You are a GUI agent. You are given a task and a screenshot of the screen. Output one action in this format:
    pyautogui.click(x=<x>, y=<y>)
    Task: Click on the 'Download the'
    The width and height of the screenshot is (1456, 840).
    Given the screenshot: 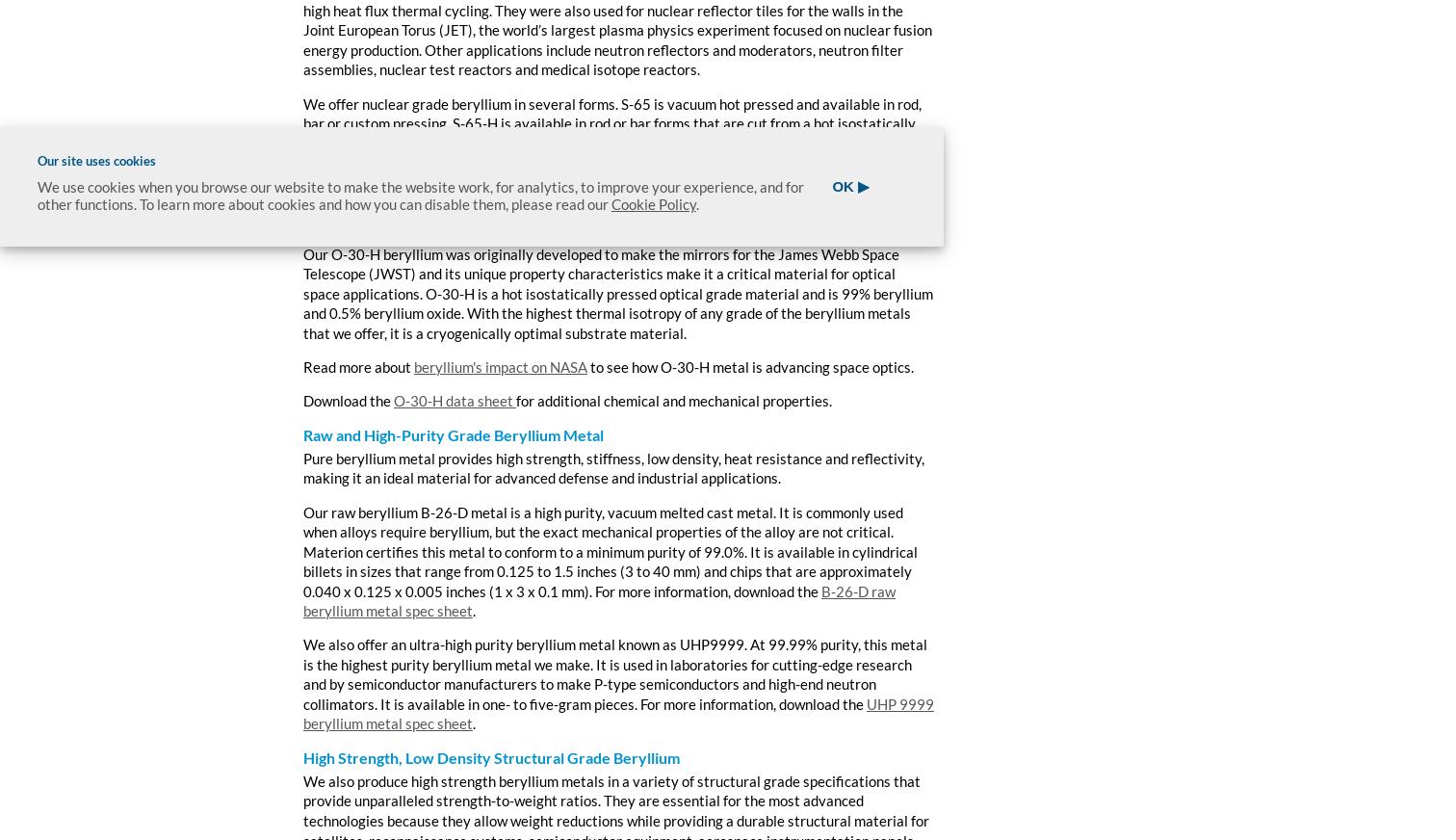 What is the action you would take?
    pyautogui.click(x=348, y=401)
    